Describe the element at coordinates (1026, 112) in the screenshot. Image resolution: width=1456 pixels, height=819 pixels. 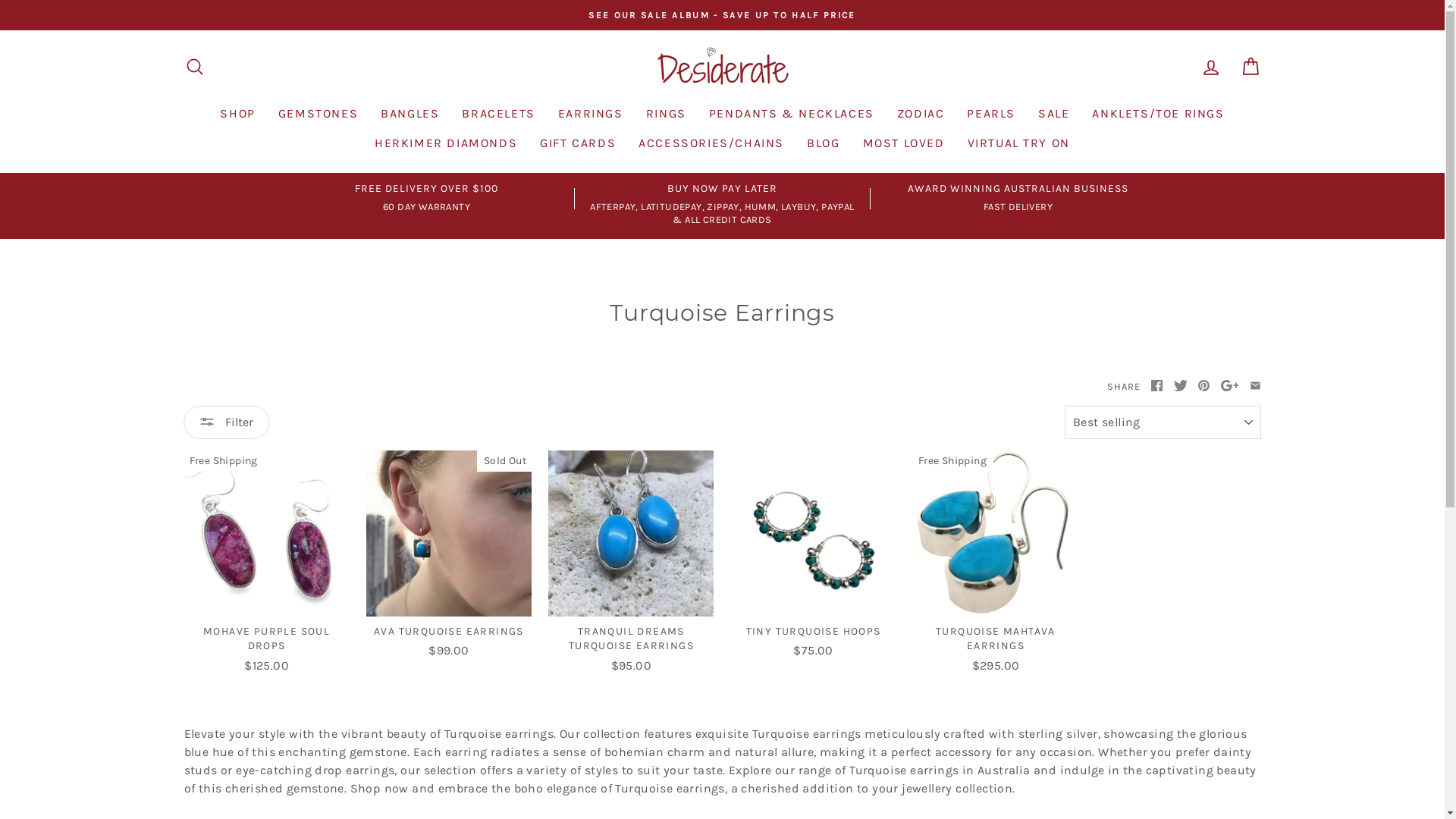
I see `'SALE'` at that location.